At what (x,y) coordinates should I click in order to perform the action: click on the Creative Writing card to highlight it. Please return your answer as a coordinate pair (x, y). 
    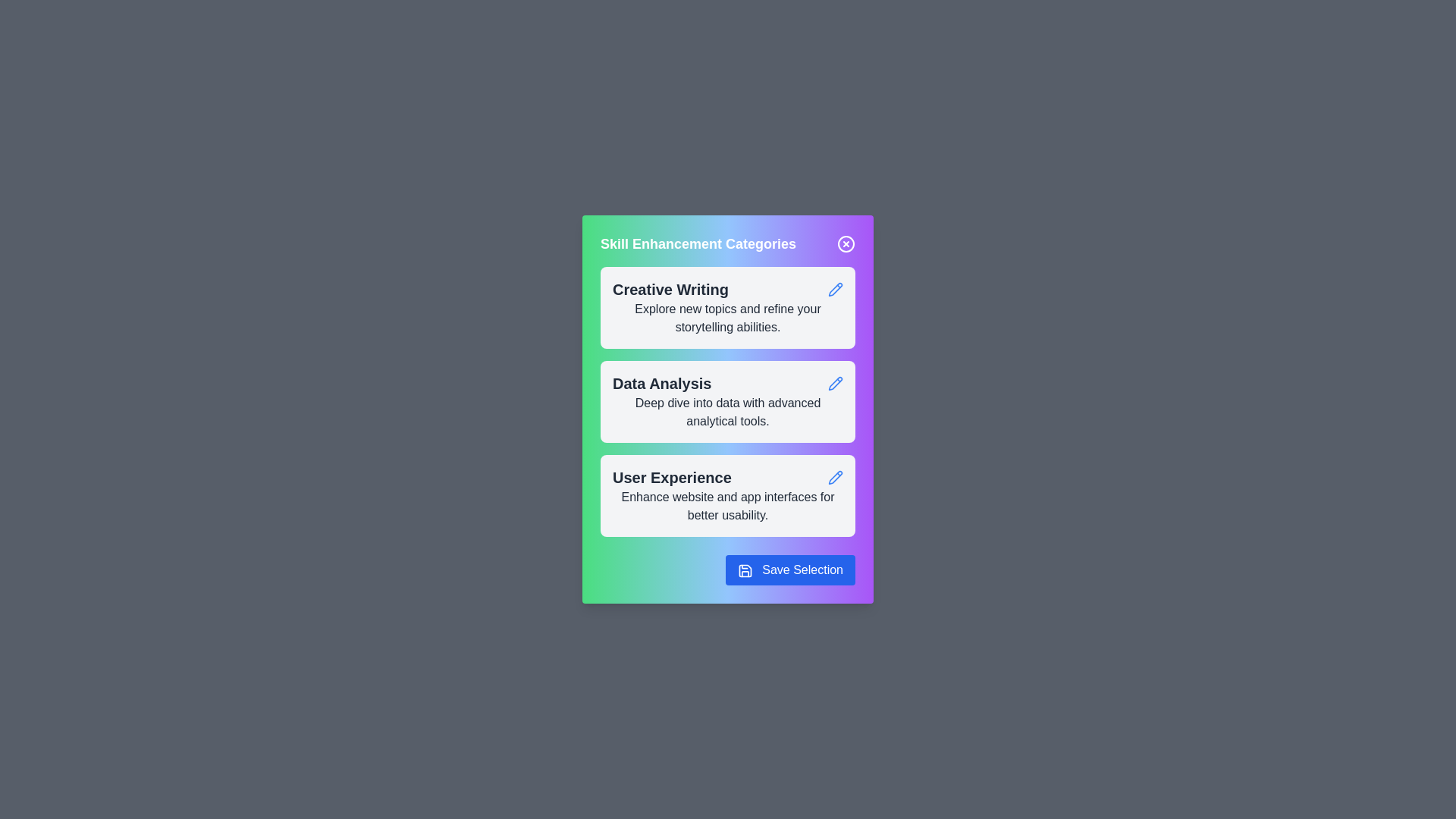
    Looking at the image, I should click on (728, 307).